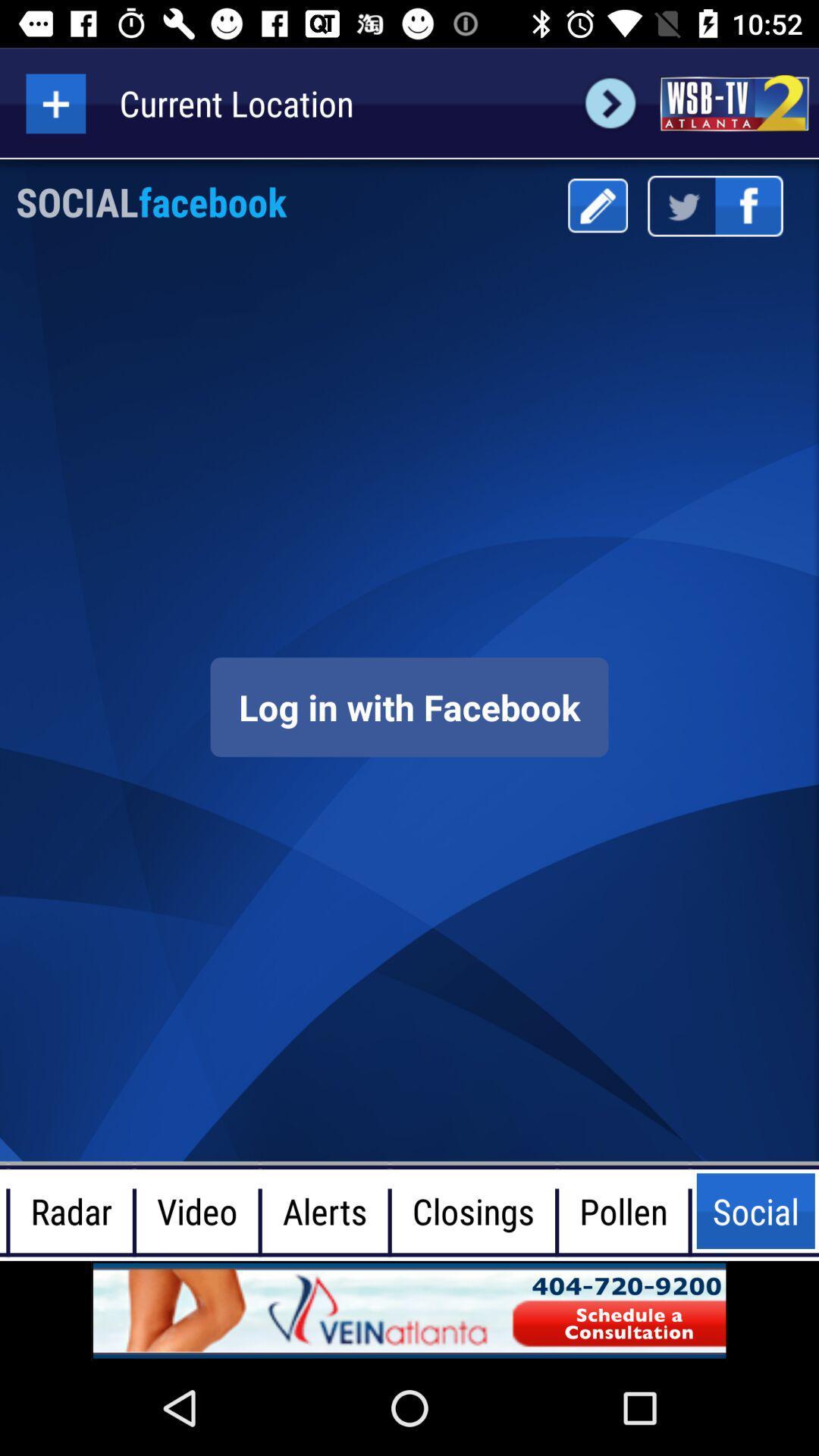 The width and height of the screenshot is (819, 1456). What do you see at coordinates (690, 1210) in the screenshot?
I see `the black line between pollen and social` at bounding box center [690, 1210].